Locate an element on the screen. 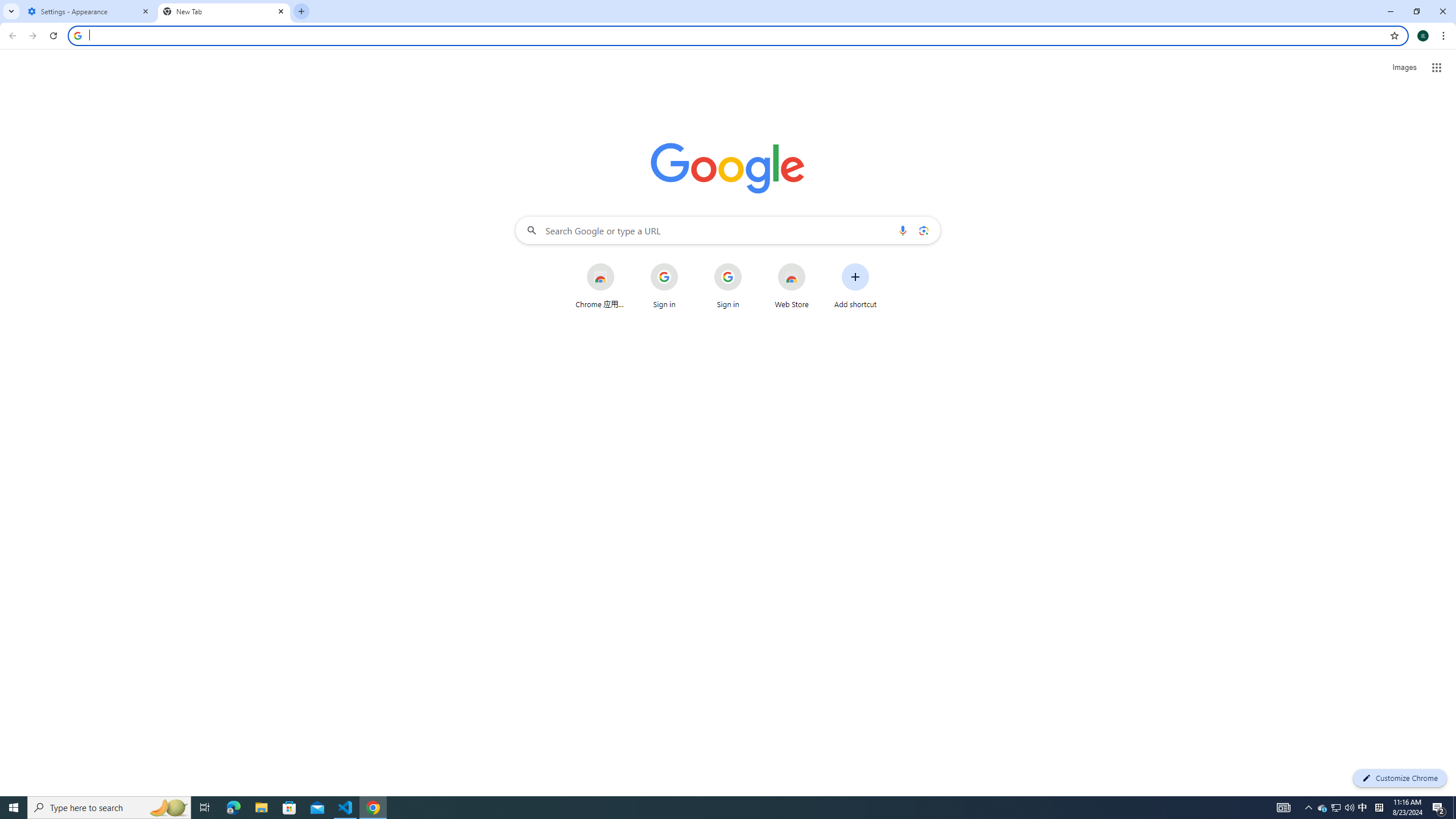  'New Tab' is located at coordinates (224, 11).